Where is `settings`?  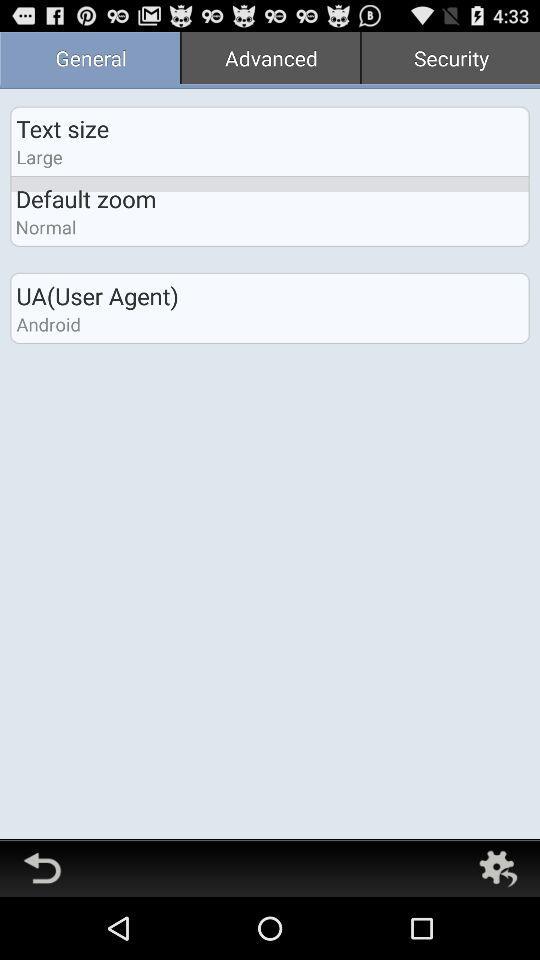
settings is located at coordinates (496, 867).